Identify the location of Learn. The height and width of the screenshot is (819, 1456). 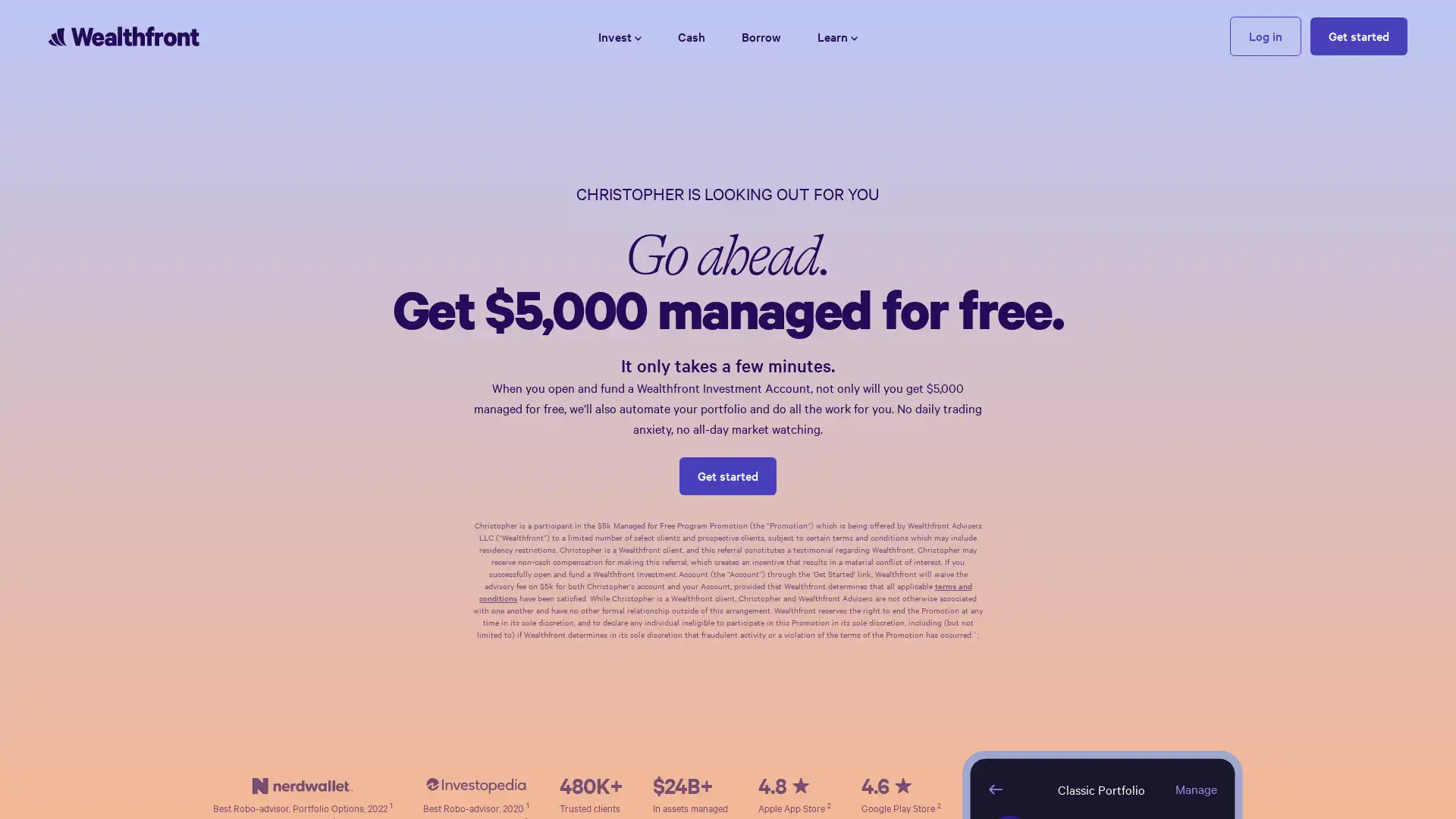
(836, 35).